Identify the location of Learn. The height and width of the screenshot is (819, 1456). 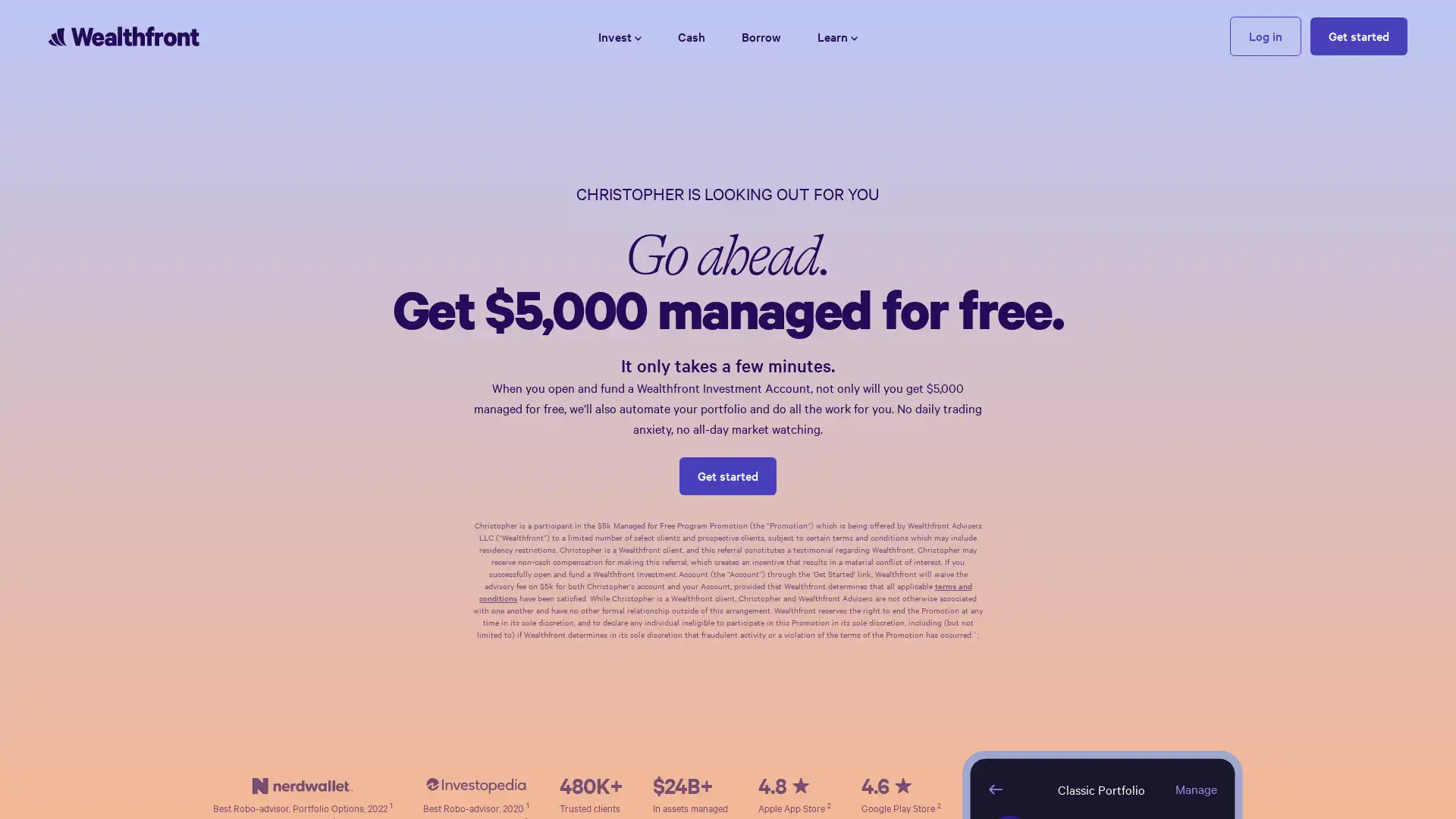
(836, 35).